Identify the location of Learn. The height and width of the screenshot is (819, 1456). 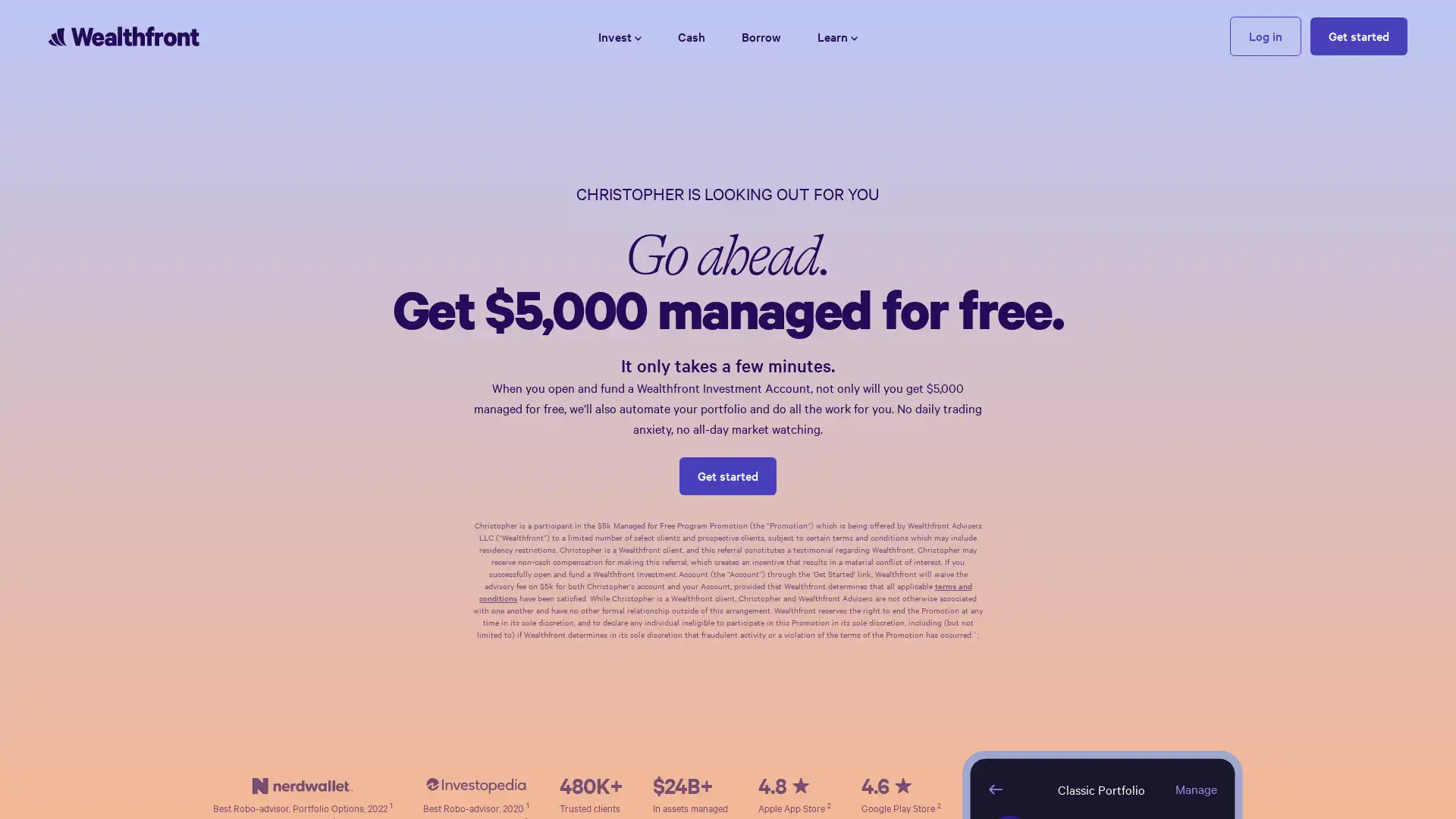
(836, 35).